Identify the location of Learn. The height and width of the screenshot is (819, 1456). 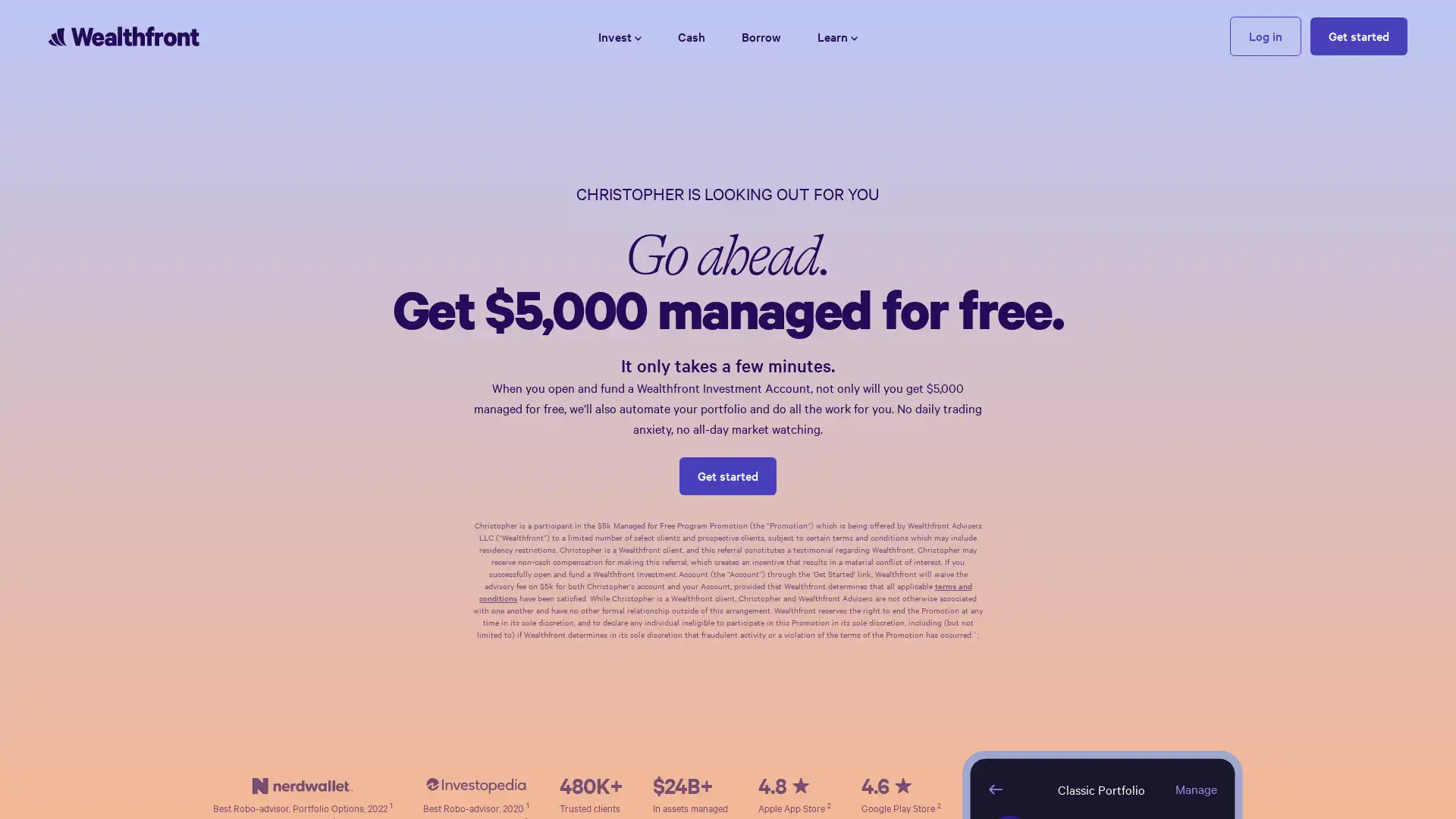
(836, 35).